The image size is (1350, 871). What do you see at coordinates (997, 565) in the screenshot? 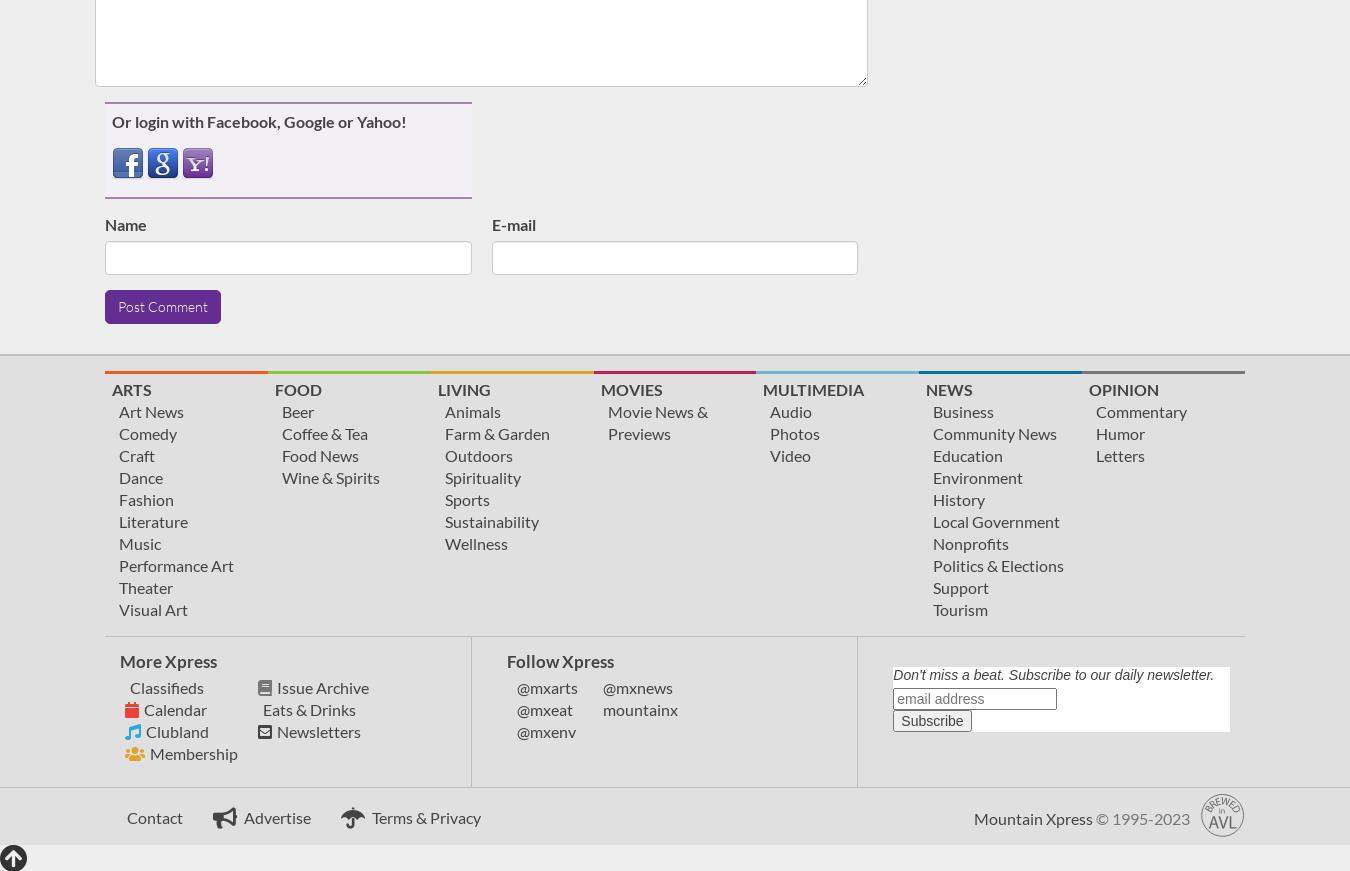
I see `'Politics & Elections'` at bounding box center [997, 565].